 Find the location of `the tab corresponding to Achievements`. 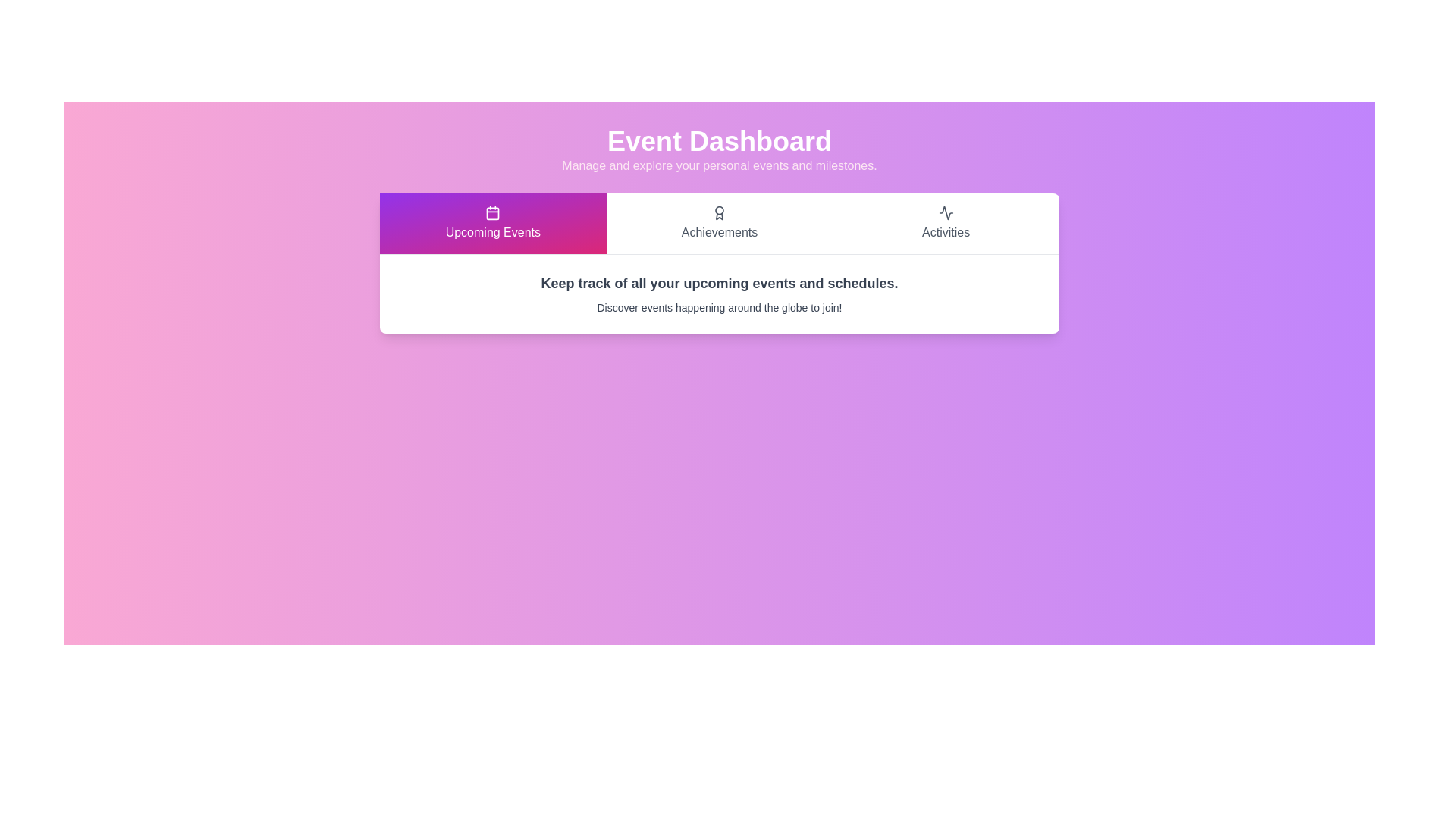

the tab corresponding to Achievements is located at coordinates (719, 223).